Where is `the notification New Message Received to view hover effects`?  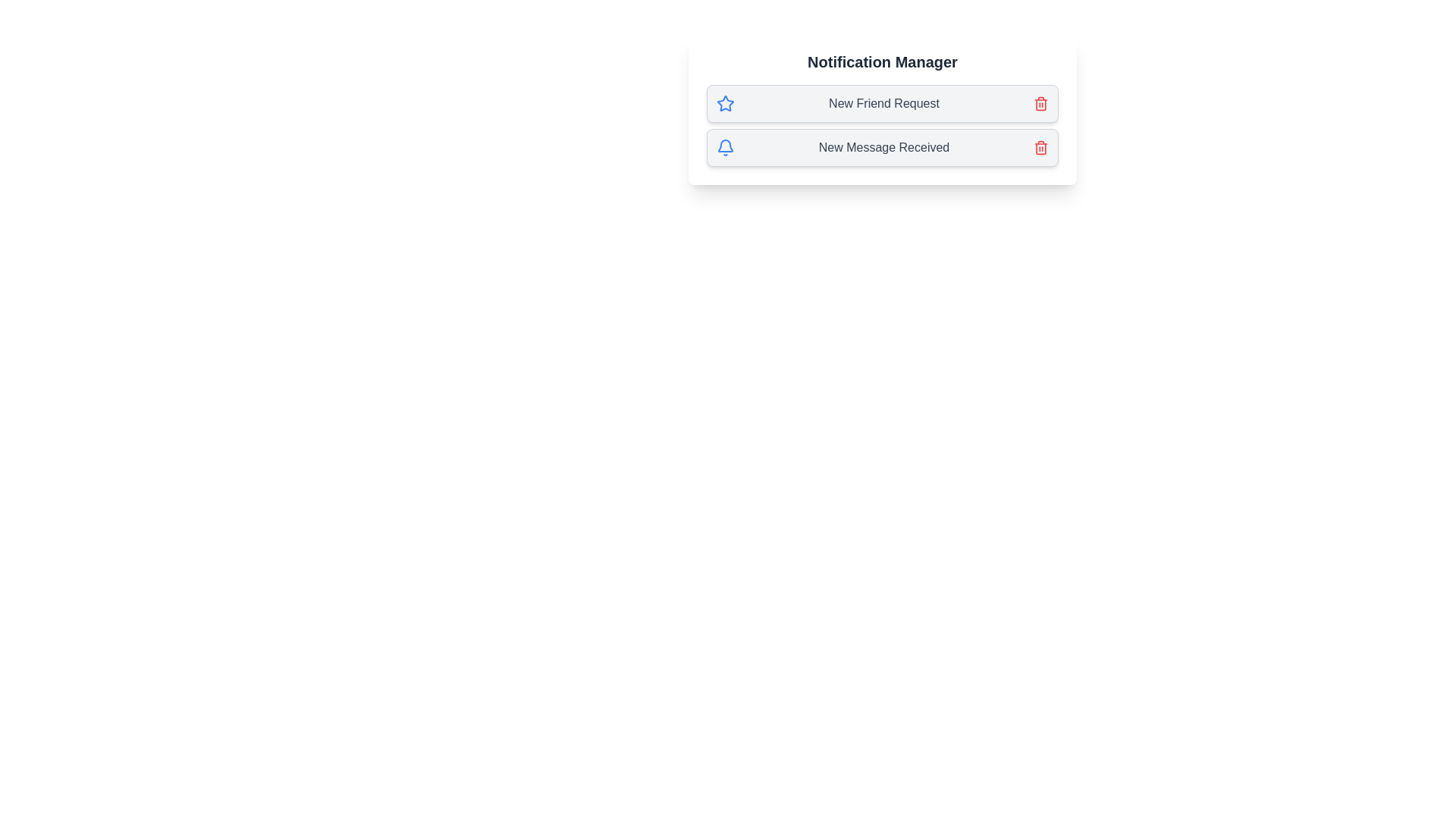
the notification New Message Received to view hover effects is located at coordinates (882, 148).